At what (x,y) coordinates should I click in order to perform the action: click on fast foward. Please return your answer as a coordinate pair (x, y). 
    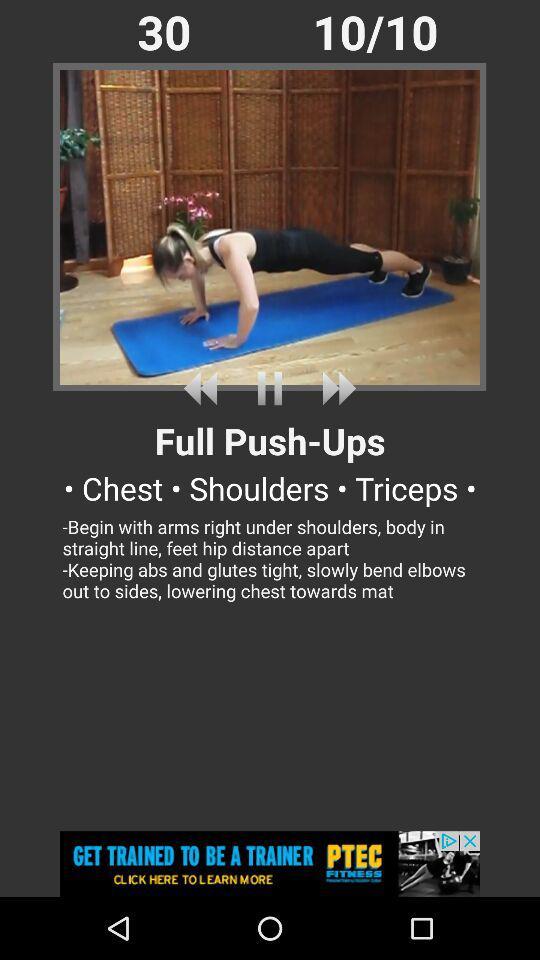
    Looking at the image, I should click on (335, 387).